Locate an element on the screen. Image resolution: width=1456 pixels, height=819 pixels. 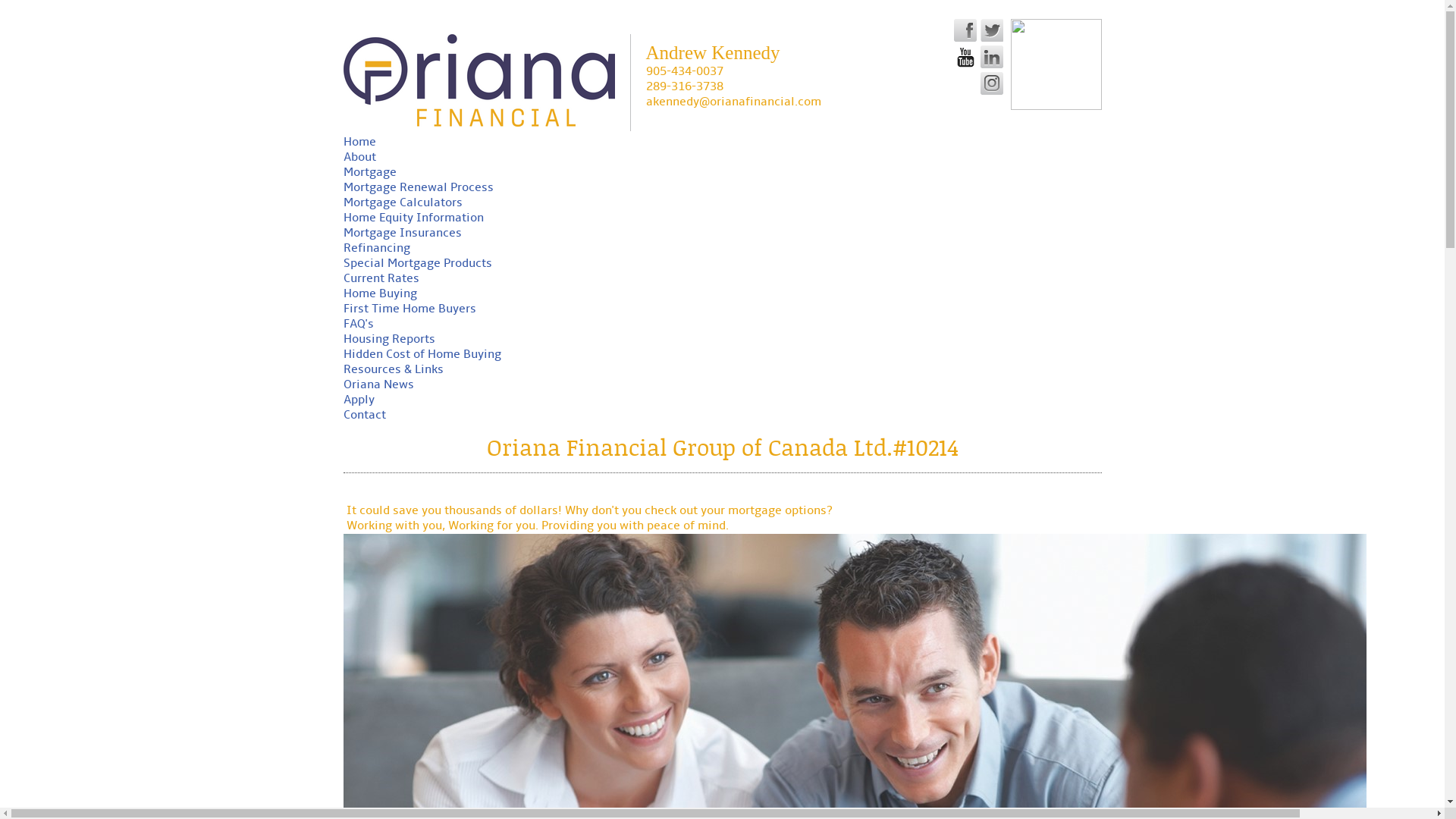
'FAQ's' is located at coordinates (356, 324).